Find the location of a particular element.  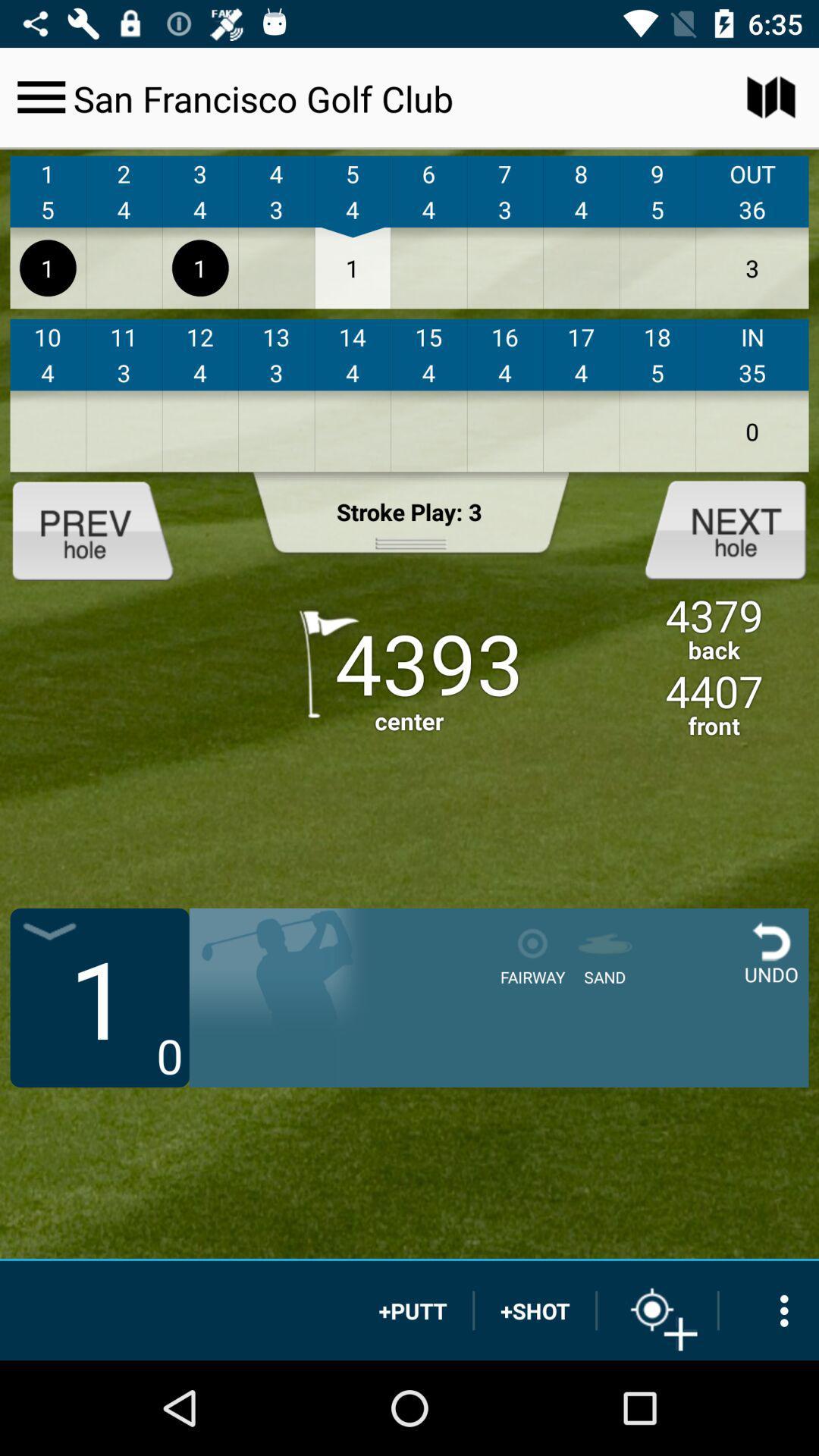

next is located at coordinates (713, 529).